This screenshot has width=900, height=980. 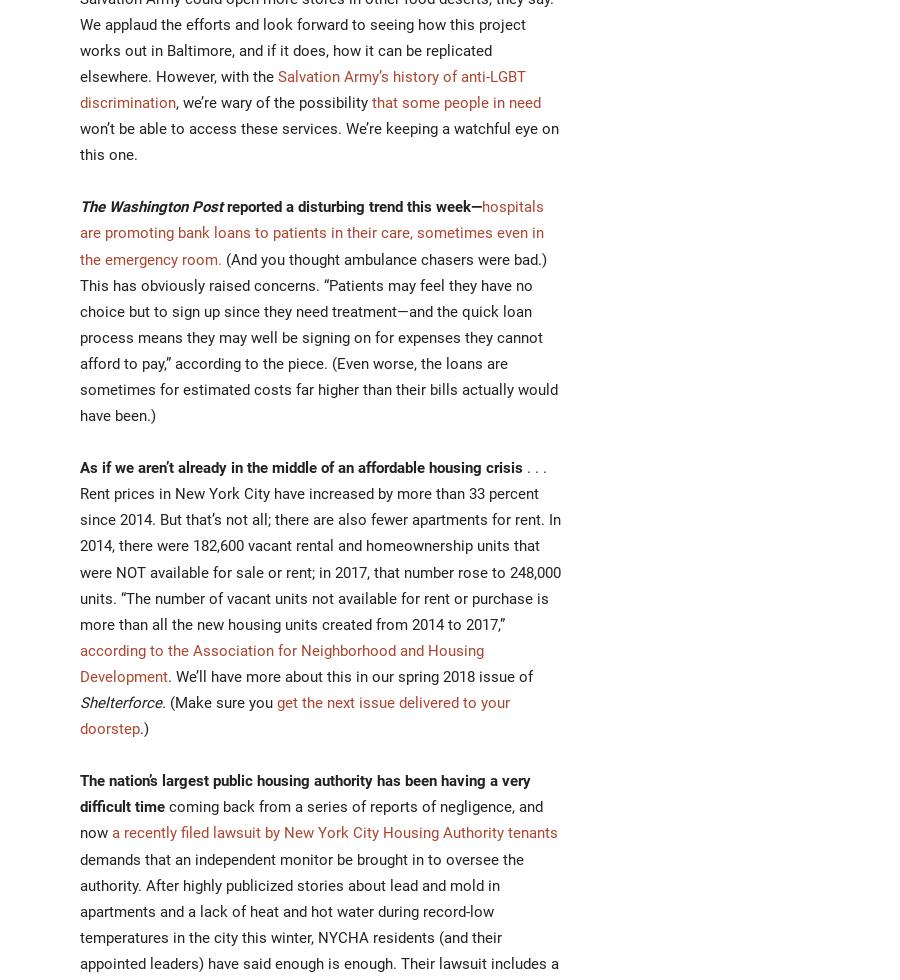 I want to click on 'coming back from a series of reports of negligence, and now', so click(x=310, y=819).